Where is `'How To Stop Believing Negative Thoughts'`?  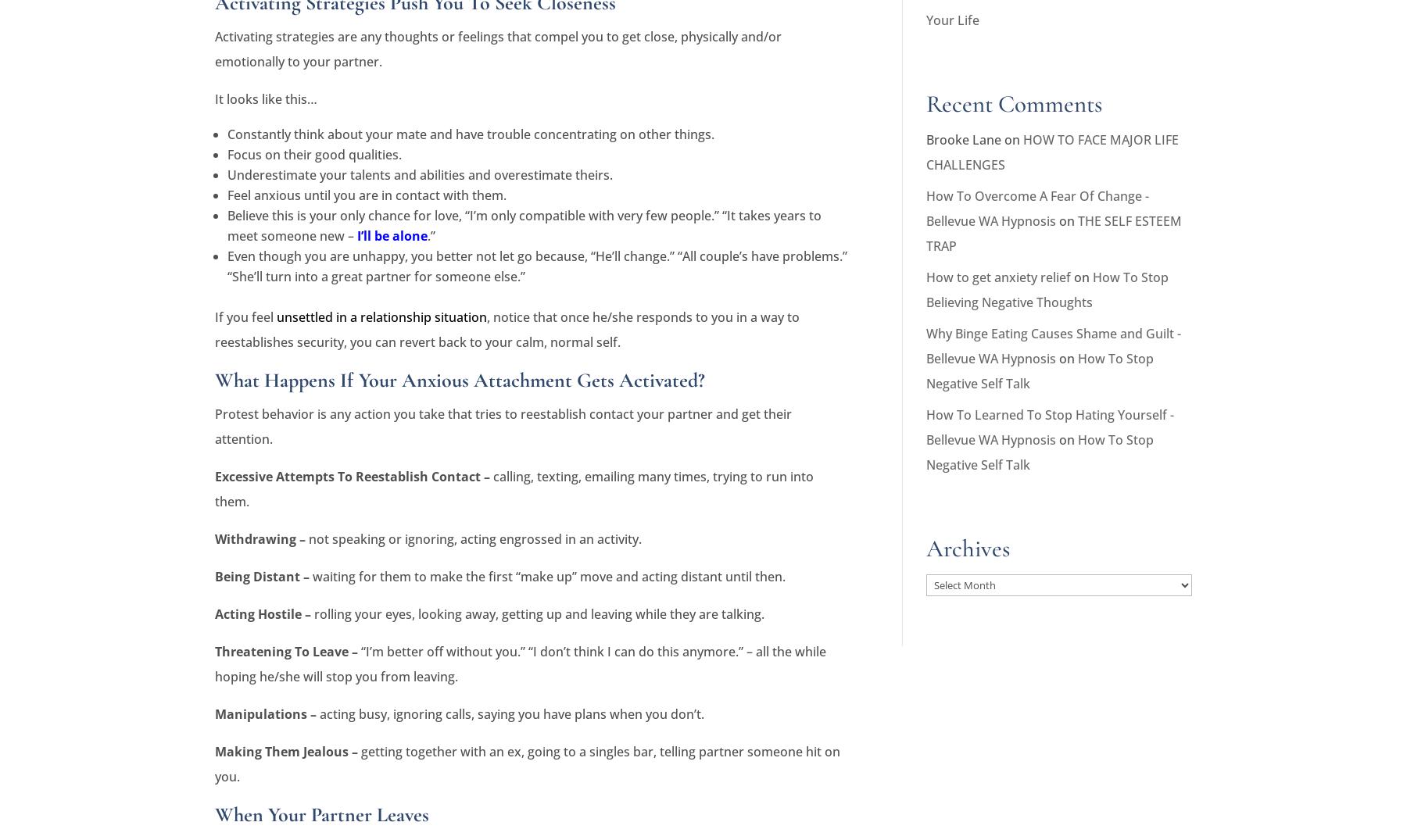 'How To Stop Believing Negative Thoughts' is located at coordinates (1047, 289).